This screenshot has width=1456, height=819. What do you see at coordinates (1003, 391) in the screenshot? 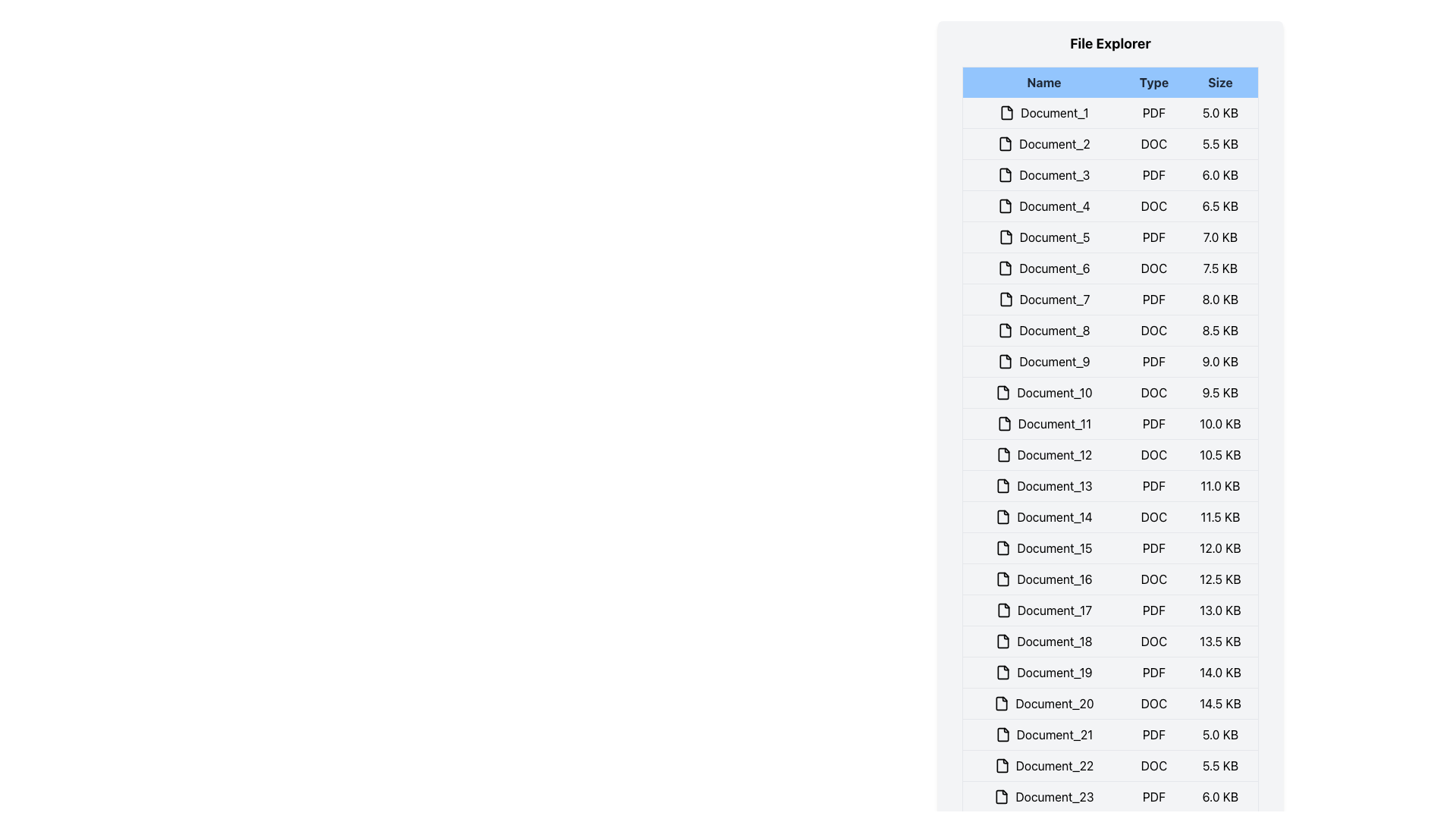
I see `the visual representation of the file document icon, which is the first icon in the vertically aligned list of file entries, located to the left of 'Document_10'` at bounding box center [1003, 391].